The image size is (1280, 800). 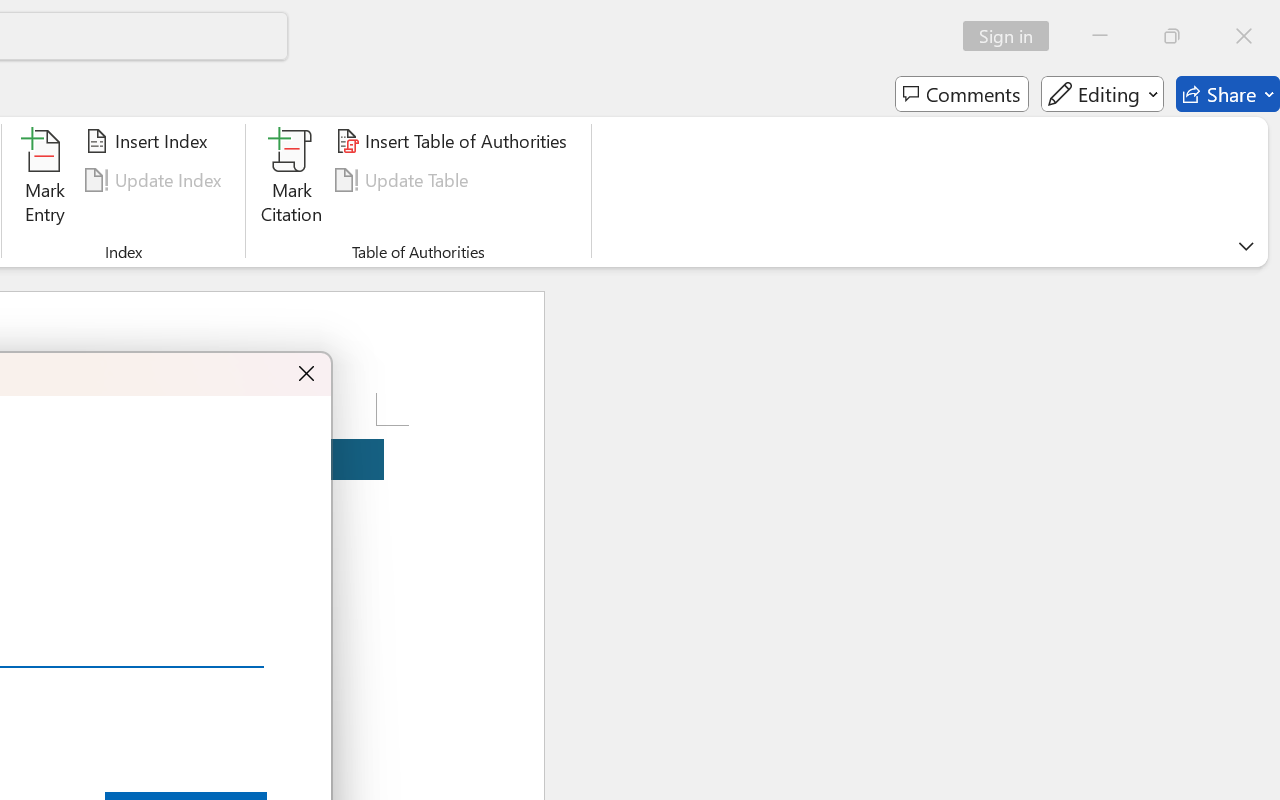 What do you see at coordinates (148, 141) in the screenshot?
I see `'Insert Index...'` at bounding box center [148, 141].